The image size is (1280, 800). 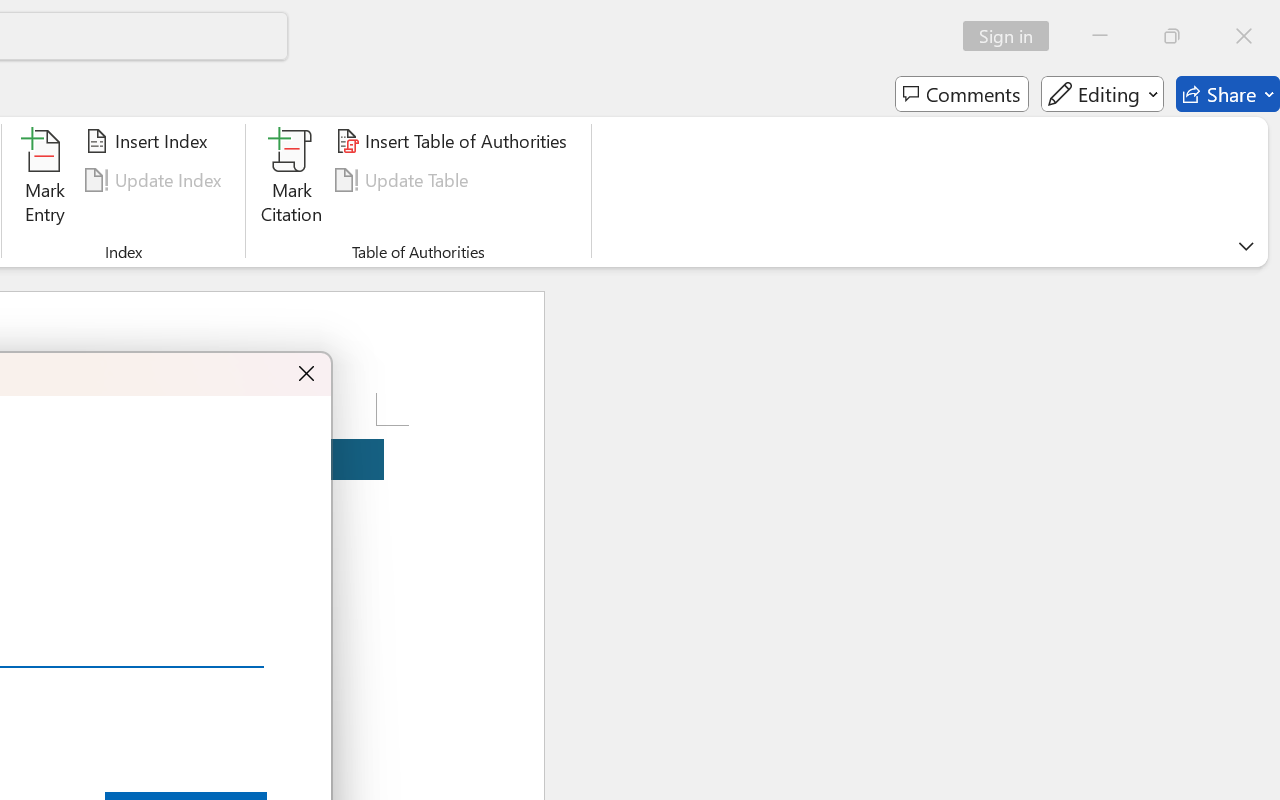 What do you see at coordinates (148, 141) in the screenshot?
I see `'Insert Index...'` at bounding box center [148, 141].